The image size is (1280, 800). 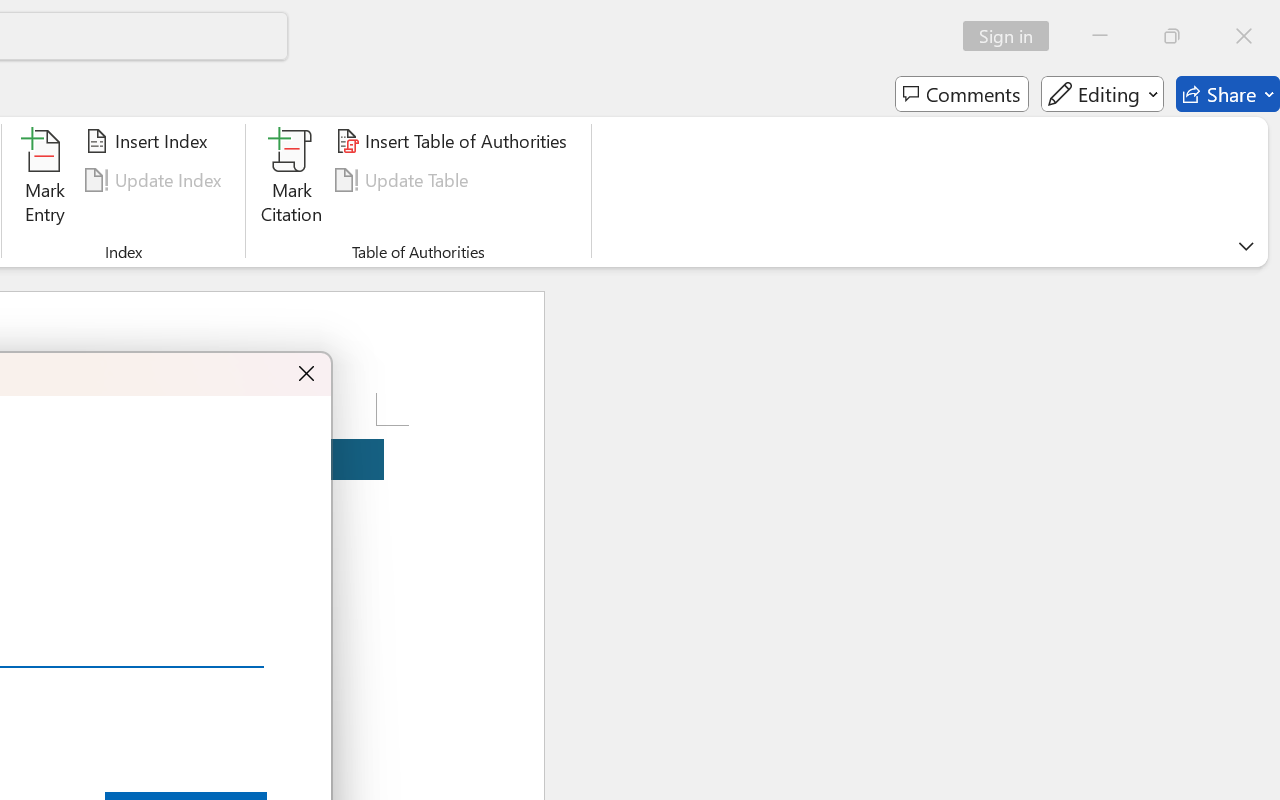 What do you see at coordinates (148, 141) in the screenshot?
I see `'Insert Index...'` at bounding box center [148, 141].